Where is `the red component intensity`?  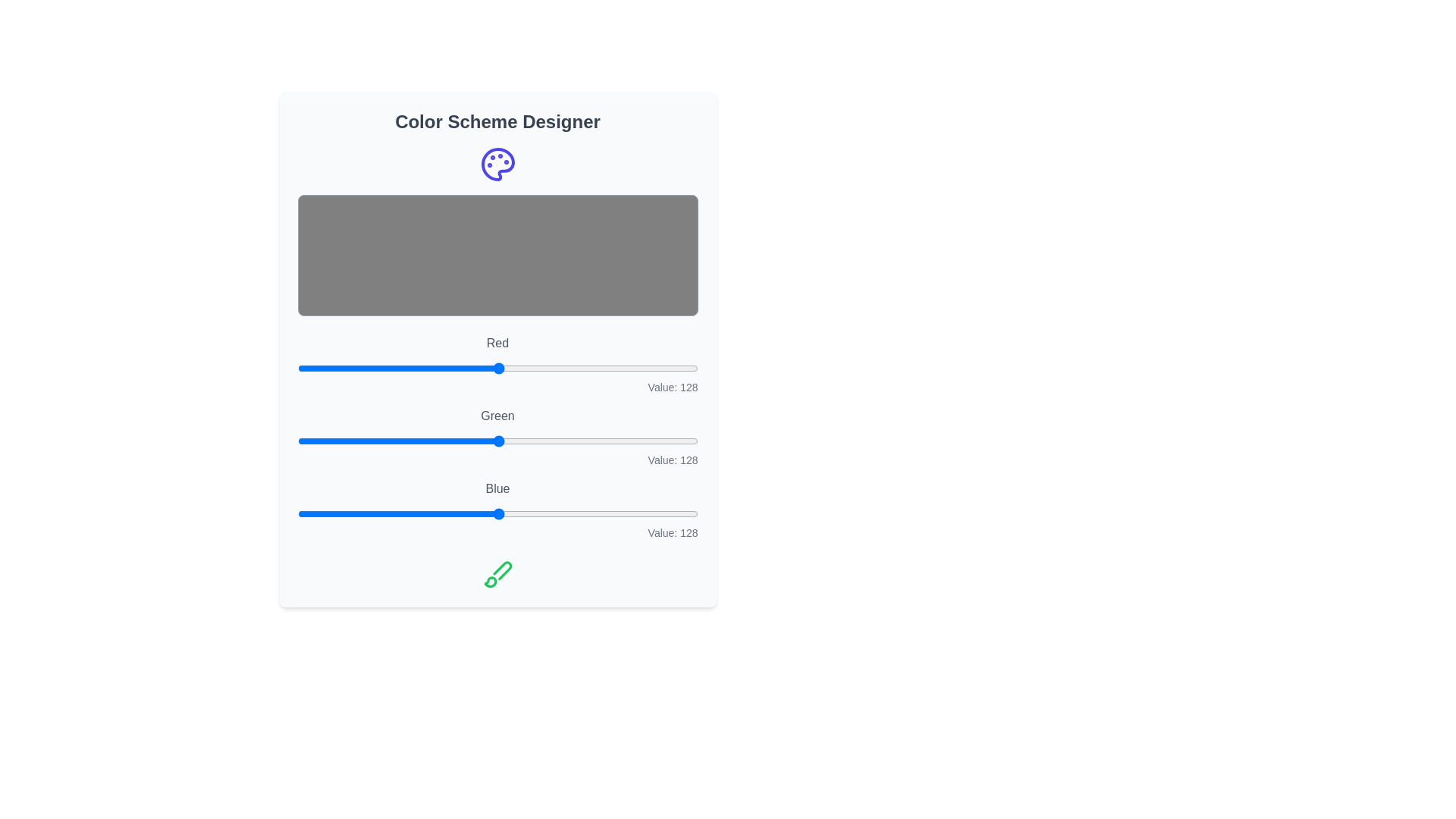 the red component intensity is located at coordinates (315, 369).